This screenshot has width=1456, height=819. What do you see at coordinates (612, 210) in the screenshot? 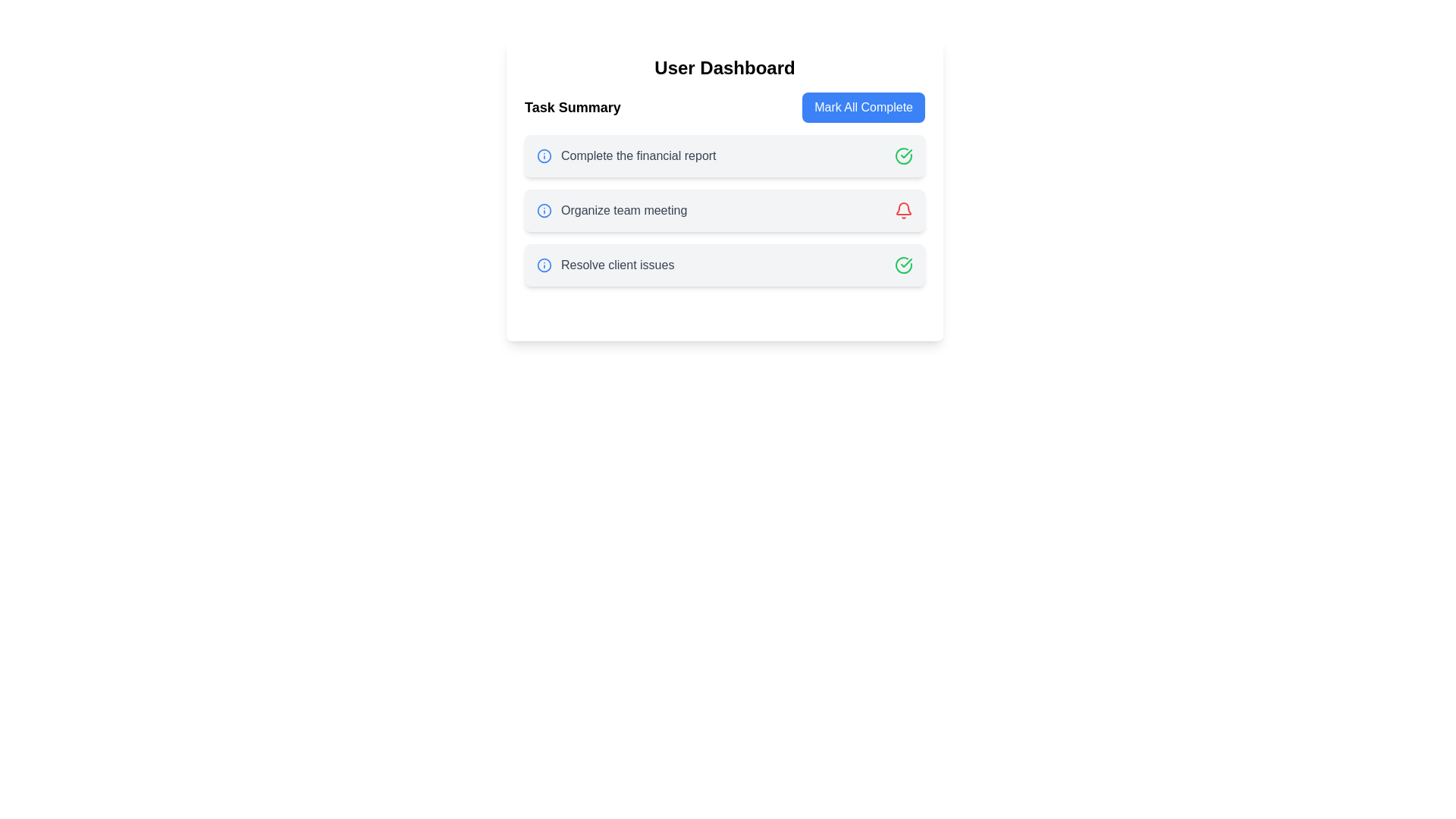
I see `the second task item in the vertical list, which displays information about a specific task, located within the card-like structure` at bounding box center [612, 210].